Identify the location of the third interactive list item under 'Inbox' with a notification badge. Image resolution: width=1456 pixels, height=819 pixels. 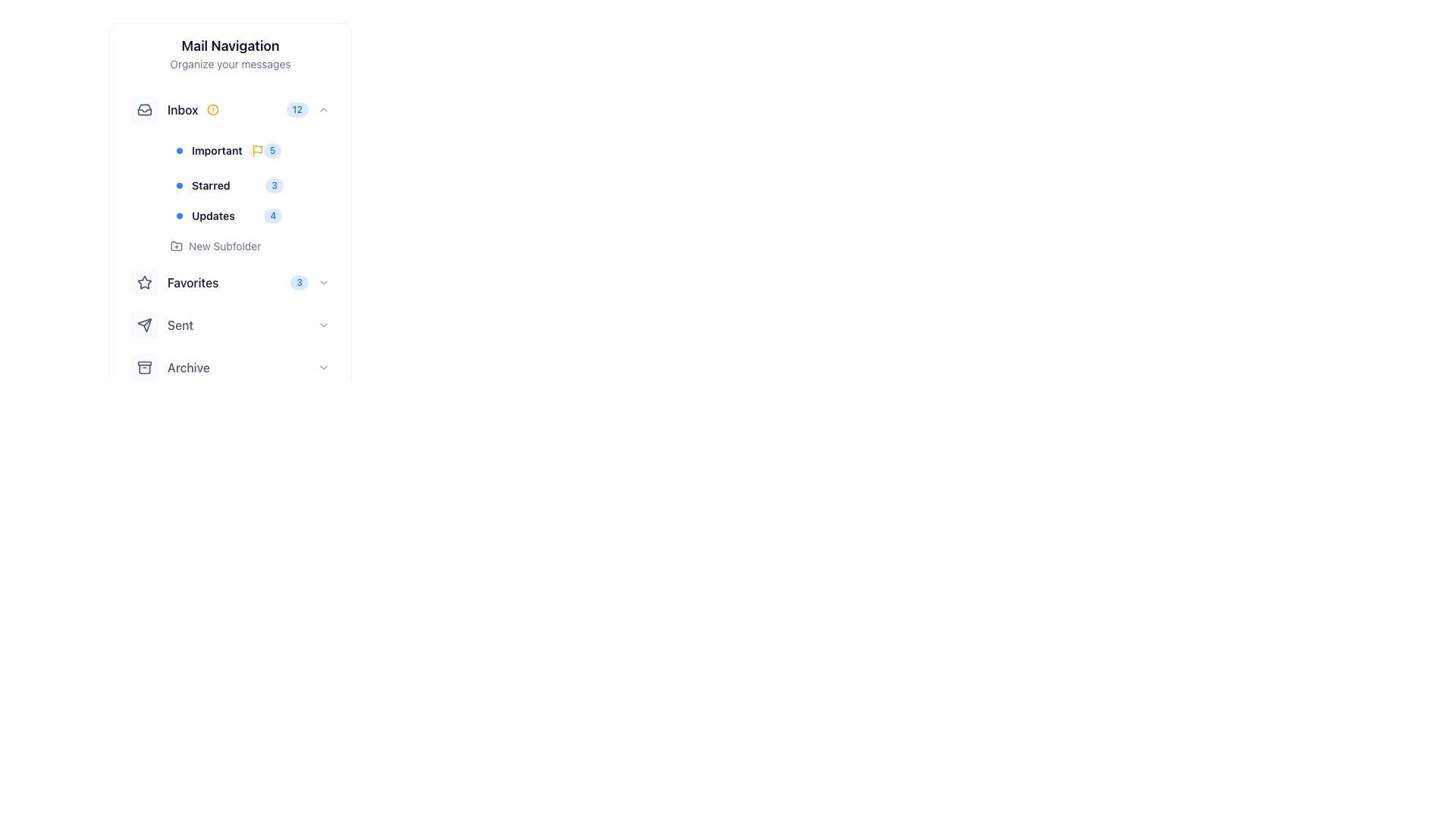
(248, 216).